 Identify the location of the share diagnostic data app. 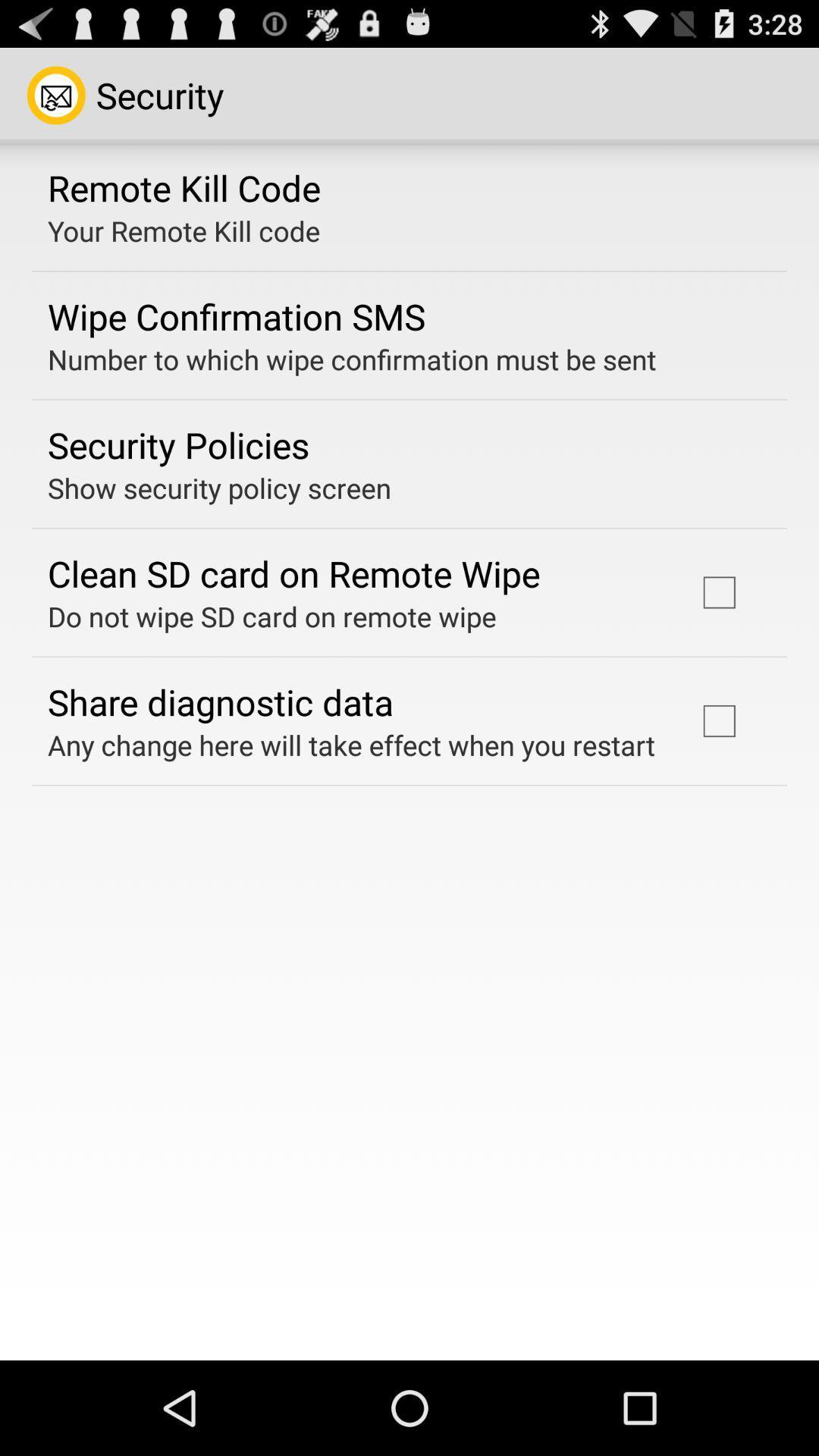
(220, 701).